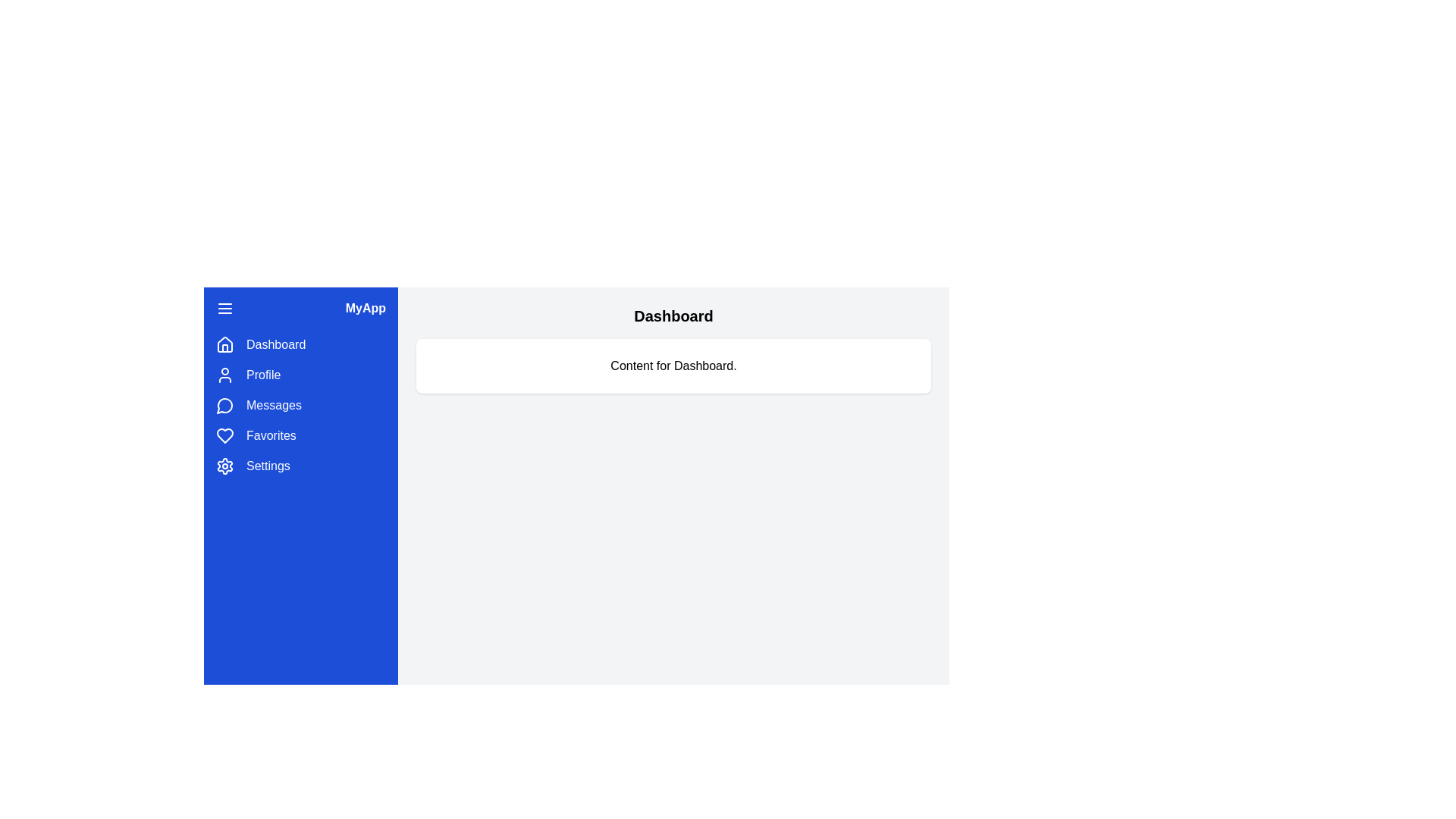 The image size is (1456, 819). Describe the element at coordinates (274, 405) in the screenshot. I see `the 'Messages' text label in the vertical navigation menu` at that location.